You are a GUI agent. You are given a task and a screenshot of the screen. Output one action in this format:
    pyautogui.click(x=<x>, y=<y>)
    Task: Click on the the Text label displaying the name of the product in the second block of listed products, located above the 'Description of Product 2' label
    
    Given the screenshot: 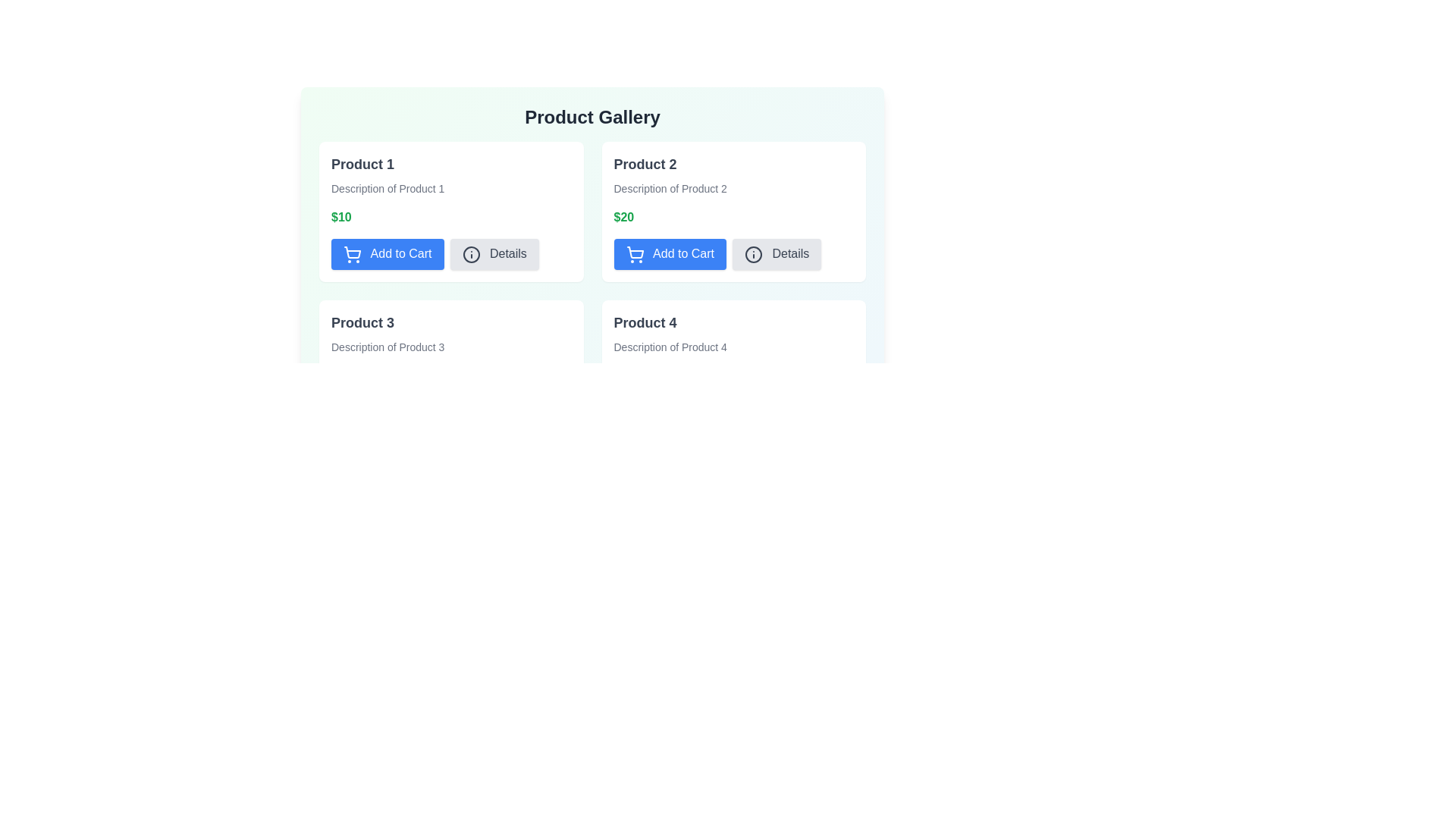 What is the action you would take?
    pyautogui.click(x=645, y=164)
    